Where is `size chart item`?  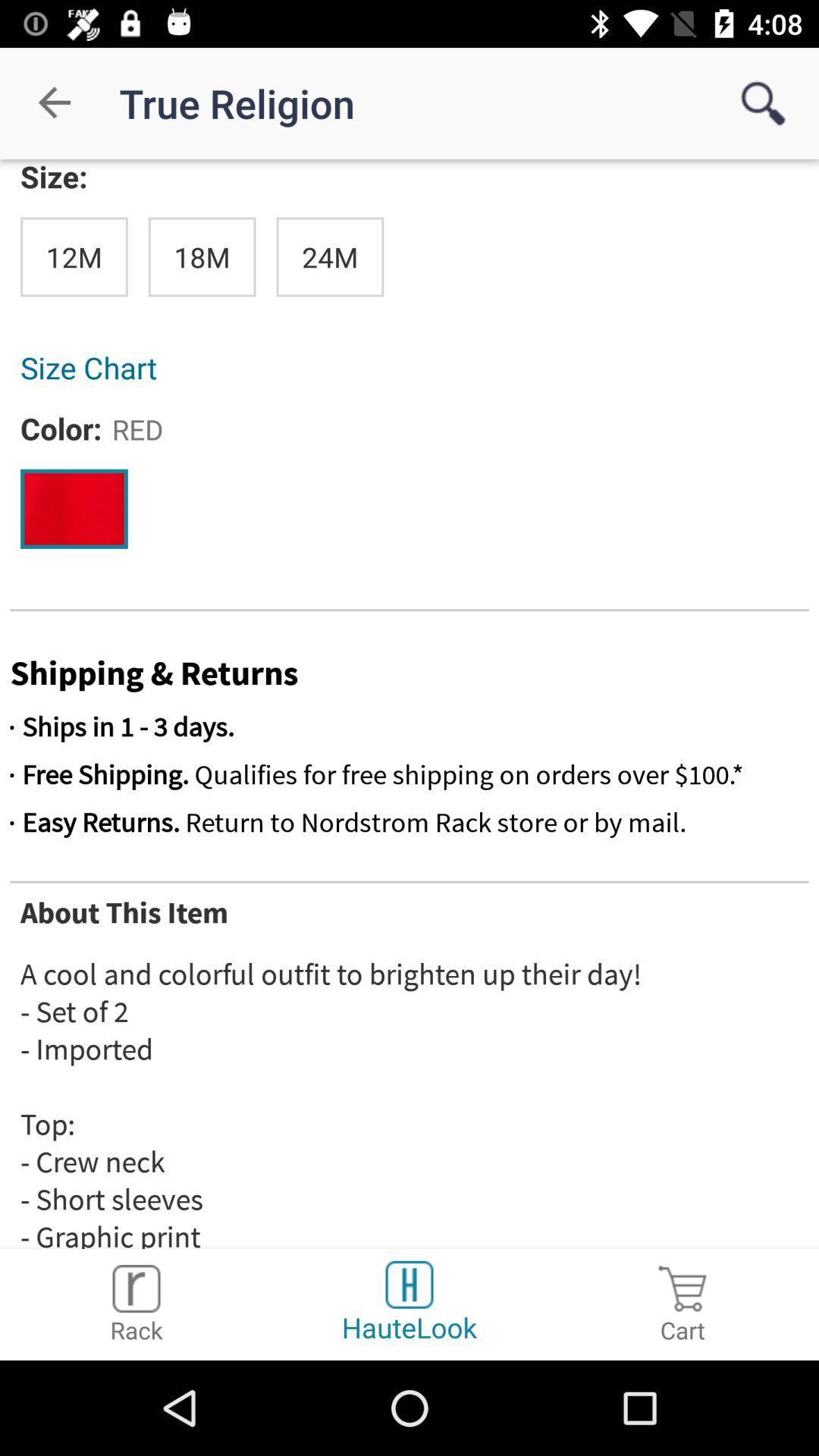 size chart item is located at coordinates (409, 367).